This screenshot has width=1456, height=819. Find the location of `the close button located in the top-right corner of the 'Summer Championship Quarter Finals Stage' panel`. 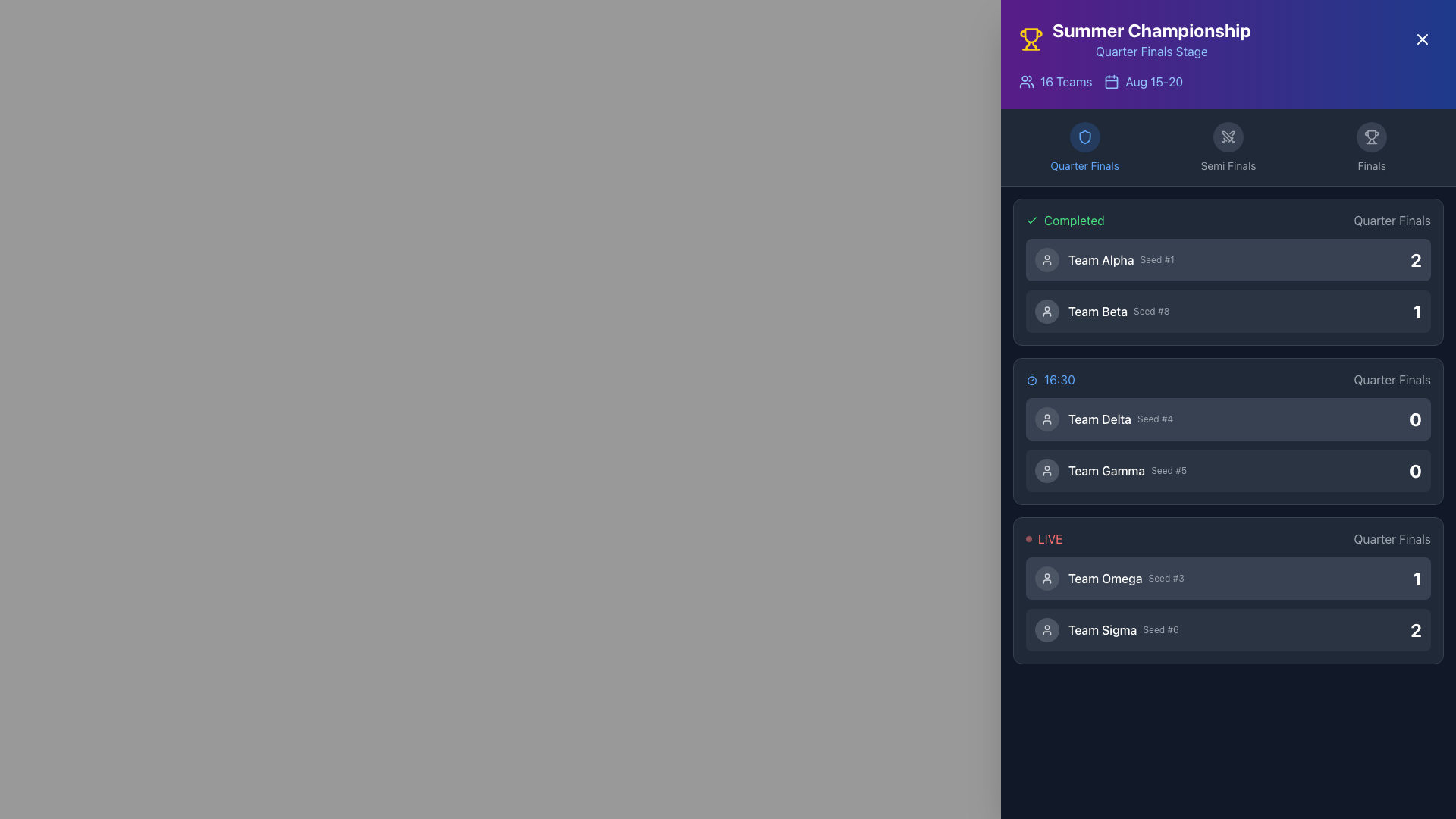

the close button located in the top-right corner of the 'Summer Championship Quarter Finals Stage' panel is located at coordinates (1422, 38).